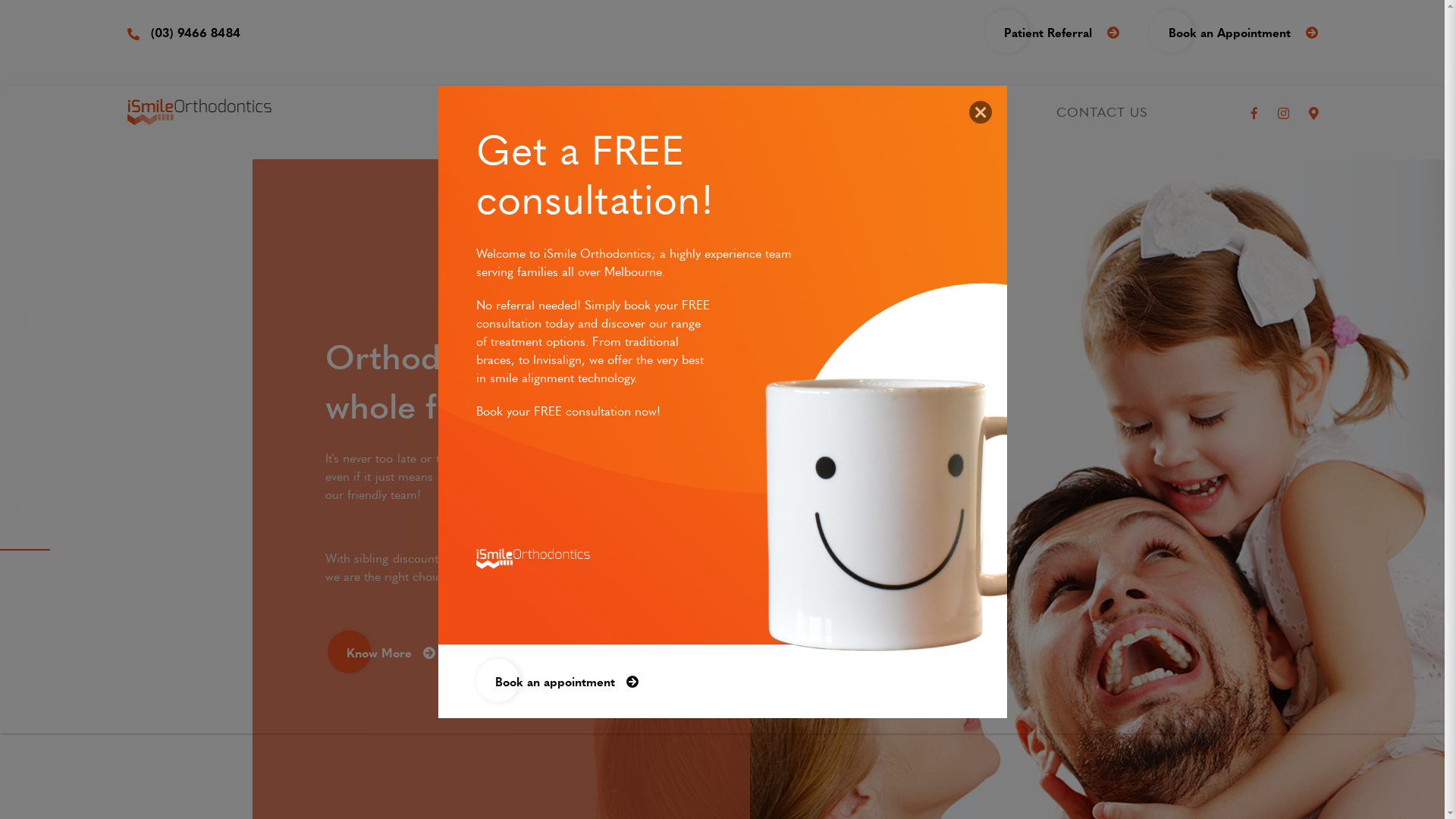  What do you see at coordinates (510, 111) in the screenshot?
I see `'ABOUT US'` at bounding box center [510, 111].